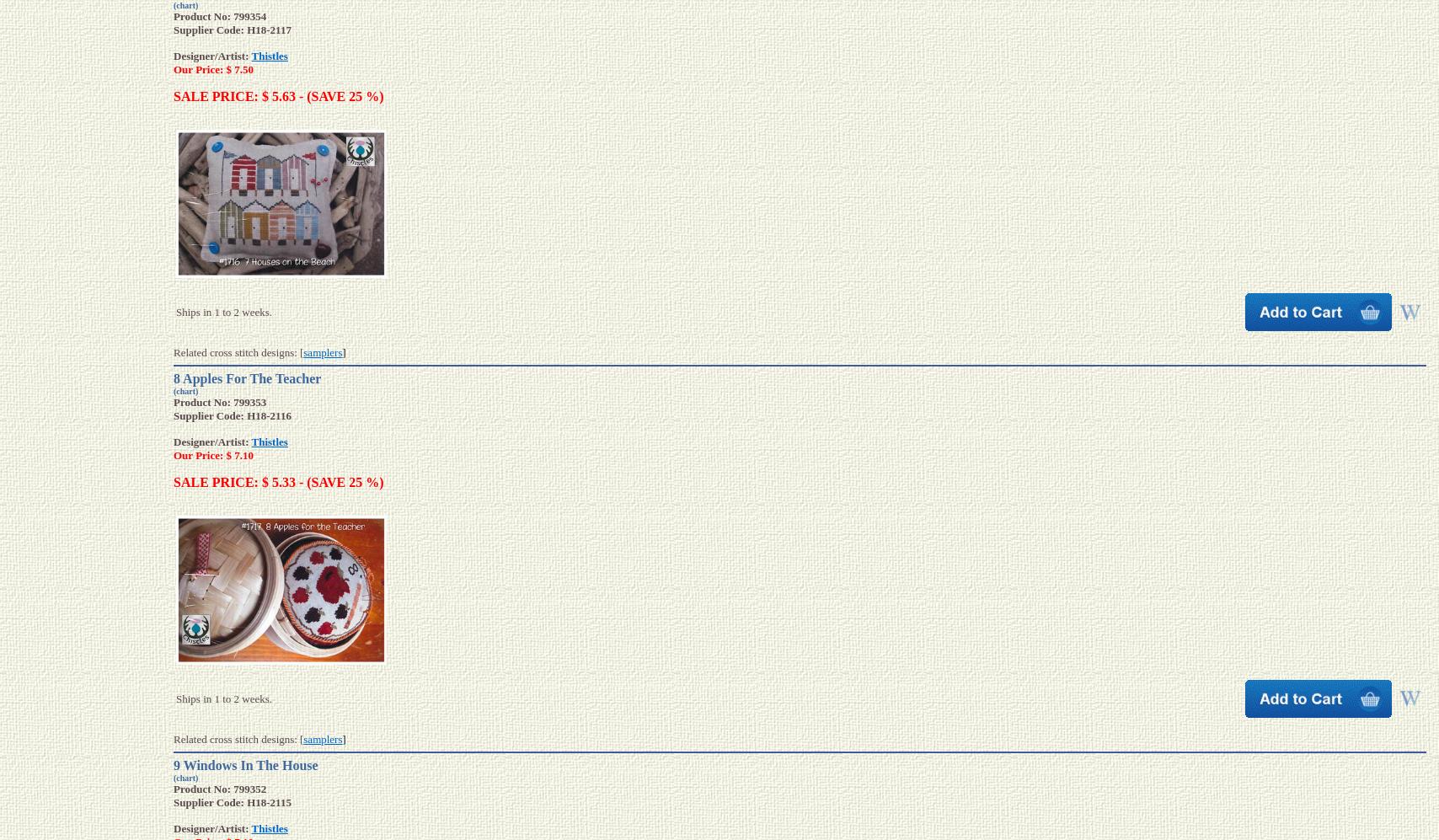 This screenshot has width=1439, height=840. What do you see at coordinates (173, 96) in the screenshot?
I see `'SALE PRICE: $ 5.63 - (SAVE 25 %)'` at bounding box center [173, 96].